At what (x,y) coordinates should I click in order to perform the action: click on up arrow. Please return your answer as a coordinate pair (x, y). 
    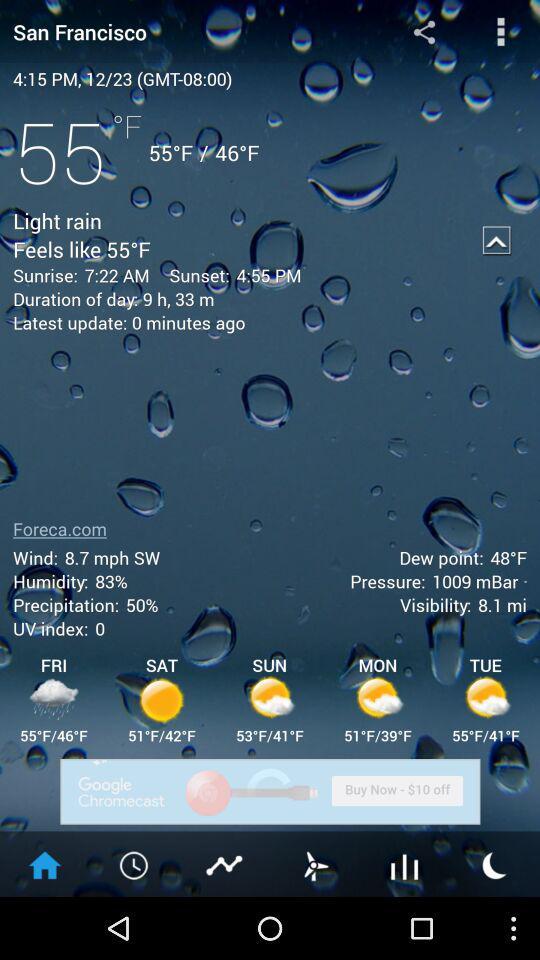
    Looking at the image, I should click on (496, 240).